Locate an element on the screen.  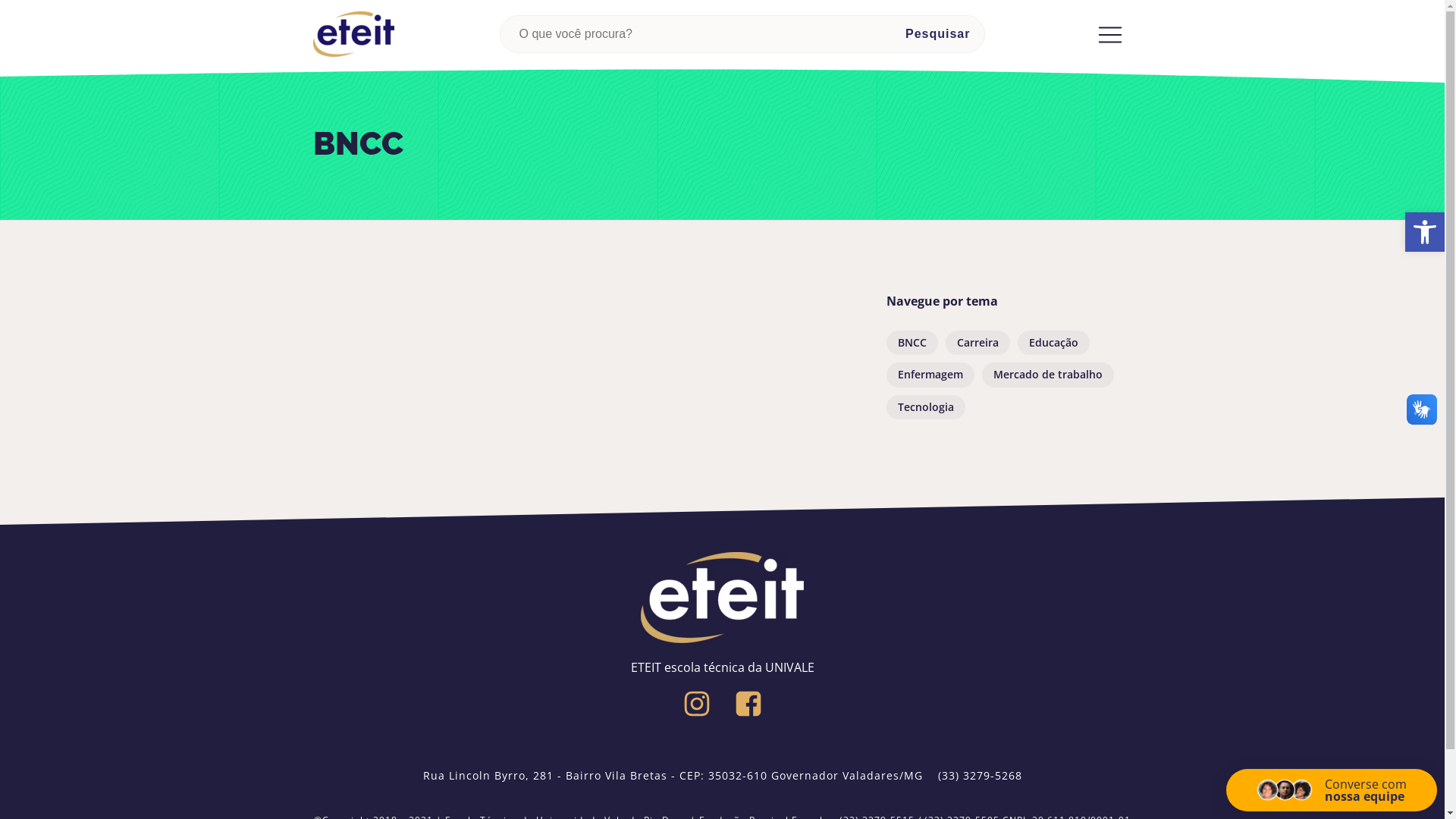
'Barra de Ferramentas Aberta is located at coordinates (1423, 231).